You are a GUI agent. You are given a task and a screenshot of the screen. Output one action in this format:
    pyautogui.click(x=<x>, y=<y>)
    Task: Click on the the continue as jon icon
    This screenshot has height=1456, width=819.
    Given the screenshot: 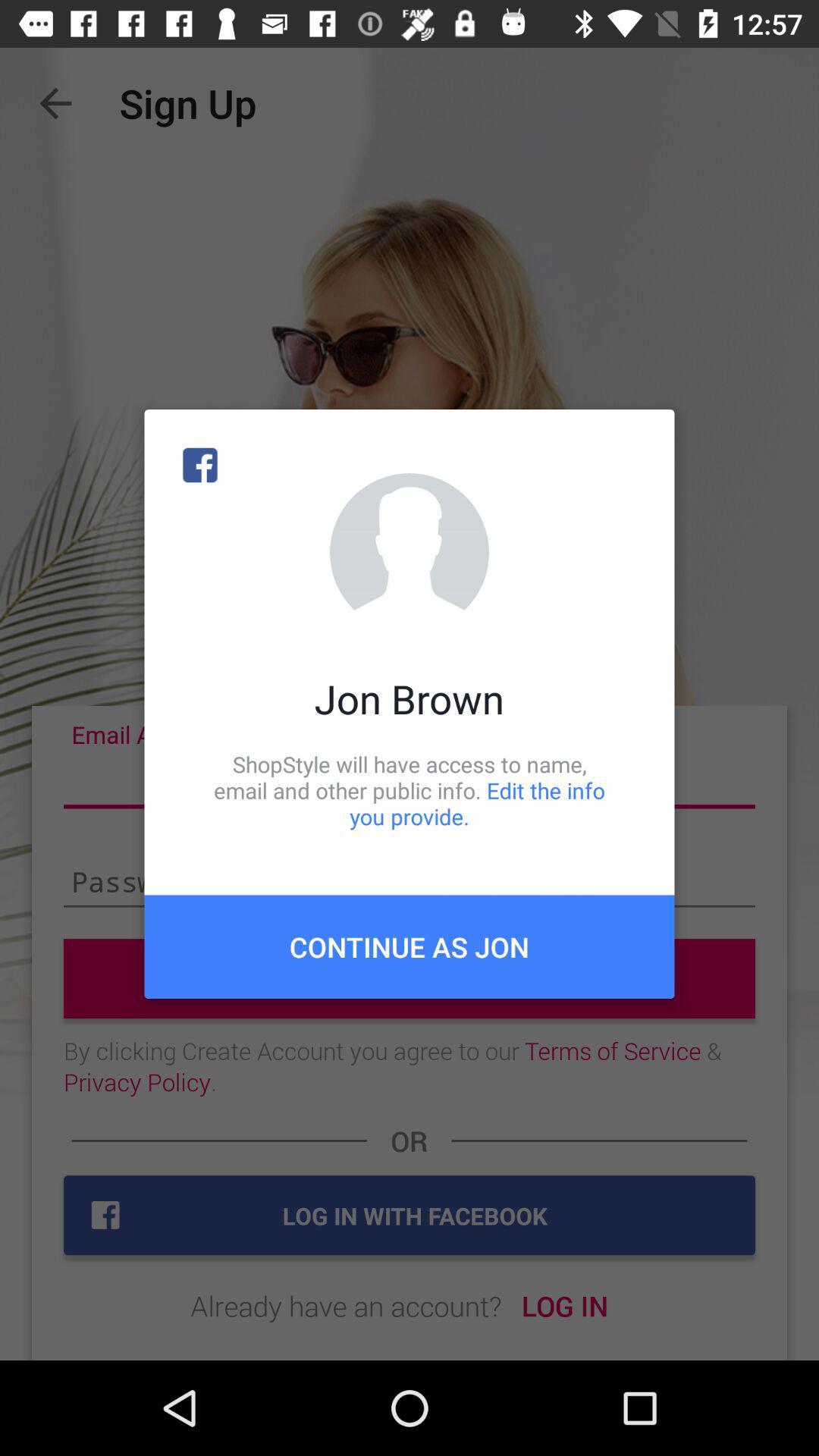 What is the action you would take?
    pyautogui.click(x=409, y=946)
    